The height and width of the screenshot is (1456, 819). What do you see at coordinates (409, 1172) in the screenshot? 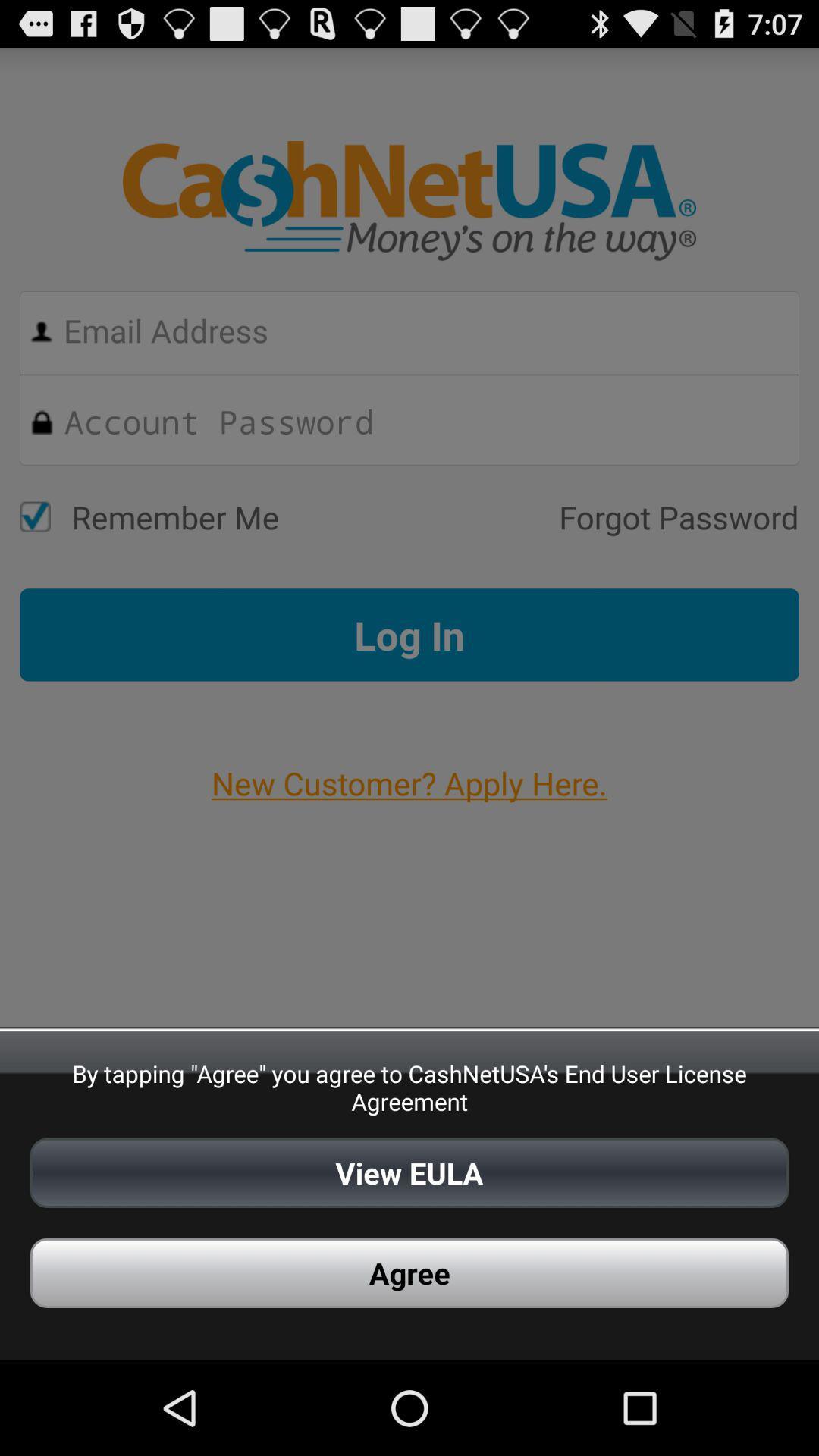
I see `view eula` at bounding box center [409, 1172].